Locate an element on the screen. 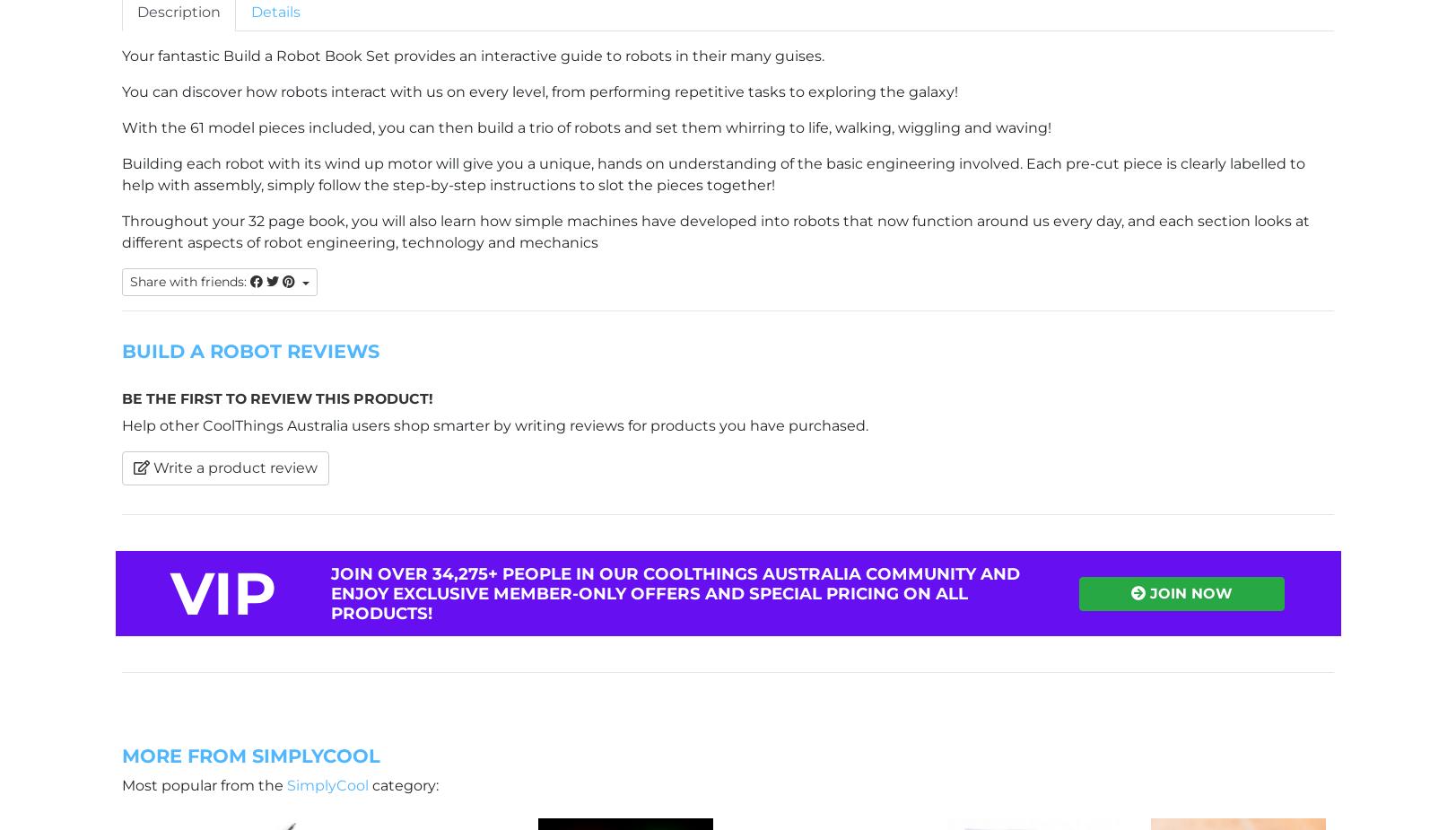  'More From SimplyCool' is located at coordinates (122, 756).